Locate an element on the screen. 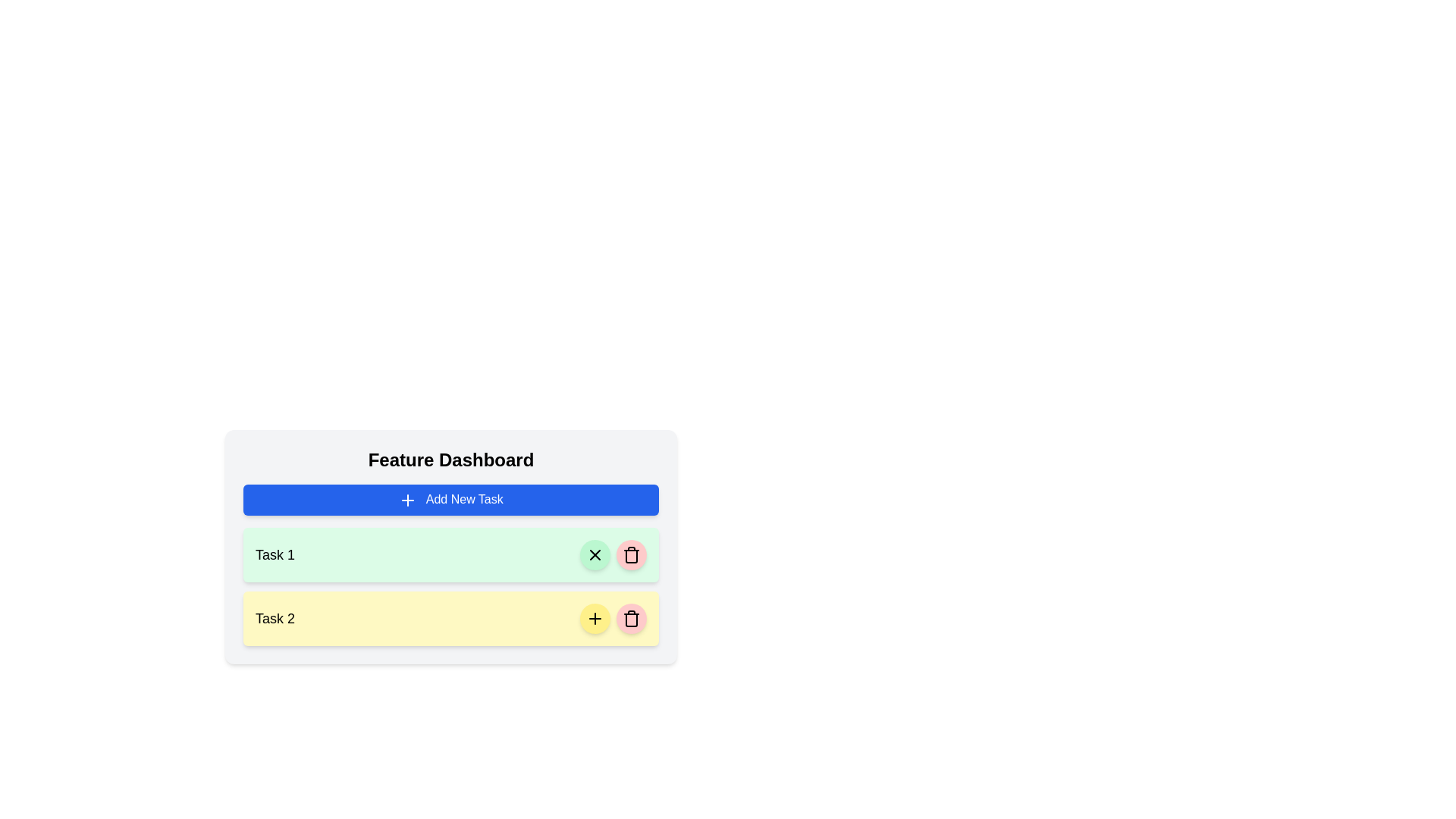 This screenshot has width=1456, height=819. task title from the text label located in the green highlighted task box, which is the first task from the top in the list is located at coordinates (275, 554).